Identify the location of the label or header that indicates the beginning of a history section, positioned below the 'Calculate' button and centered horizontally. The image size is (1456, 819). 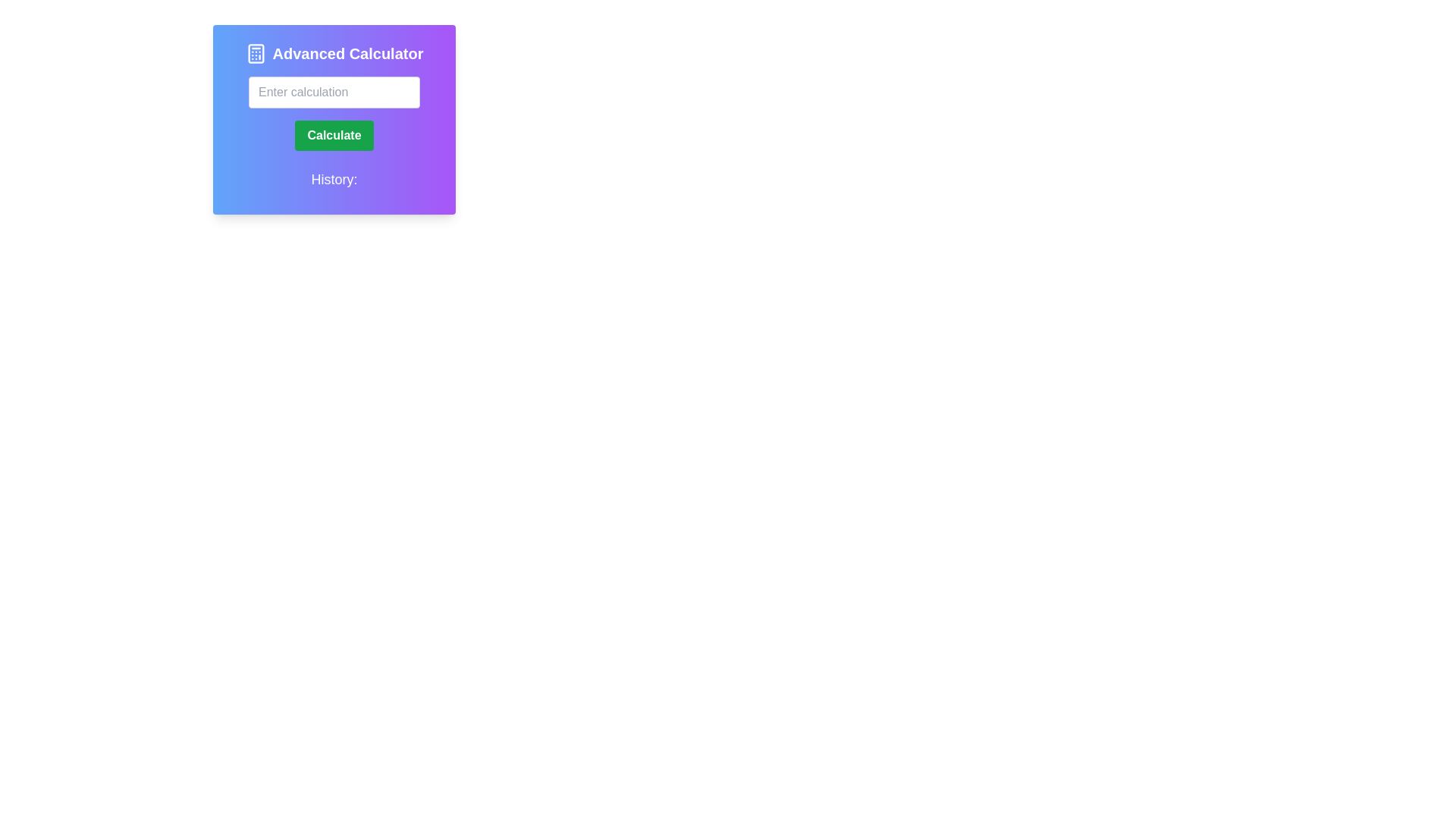
(334, 181).